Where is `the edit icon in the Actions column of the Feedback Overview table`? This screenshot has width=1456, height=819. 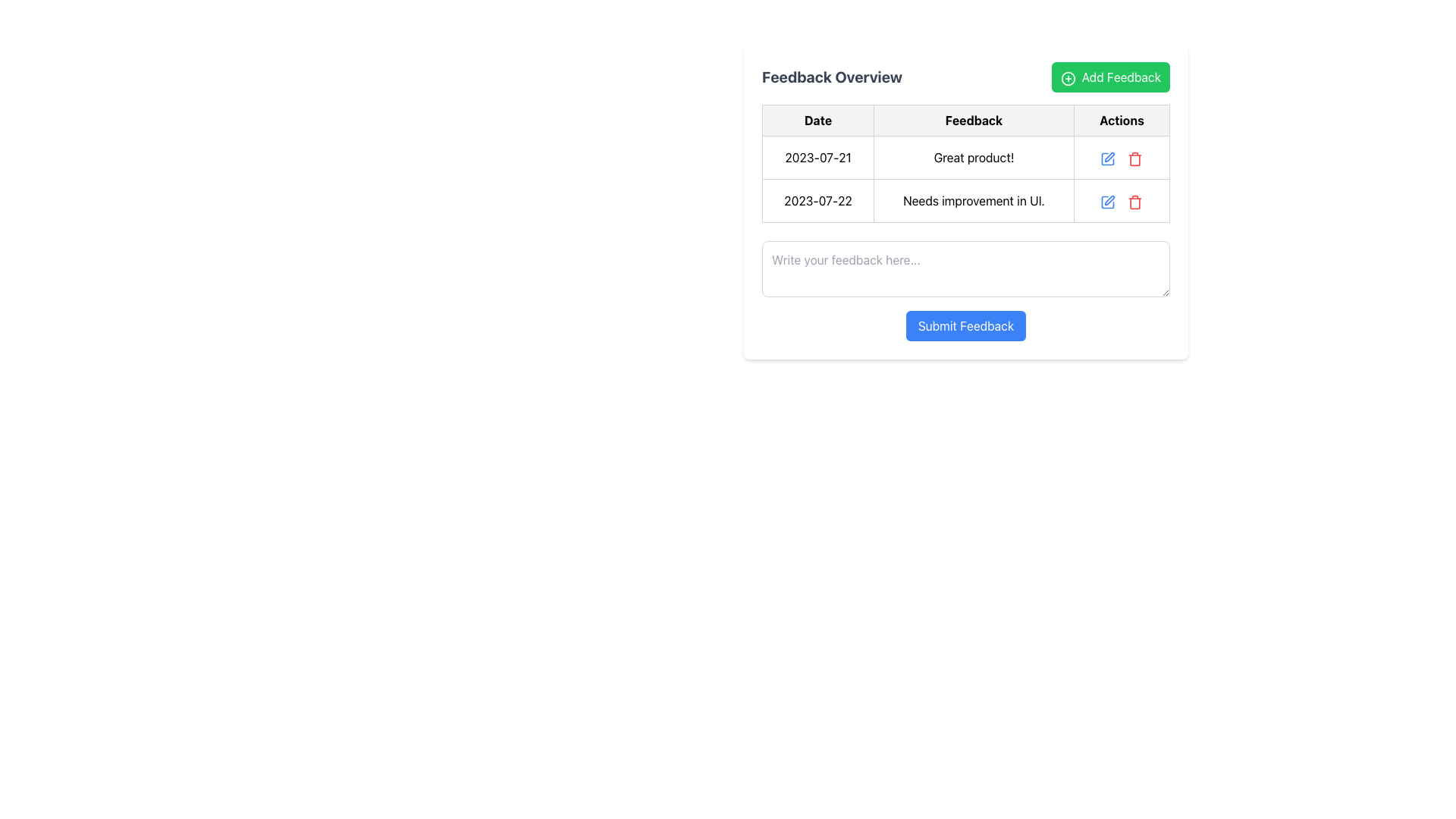 the edit icon in the Actions column of the Feedback Overview table is located at coordinates (1110, 199).